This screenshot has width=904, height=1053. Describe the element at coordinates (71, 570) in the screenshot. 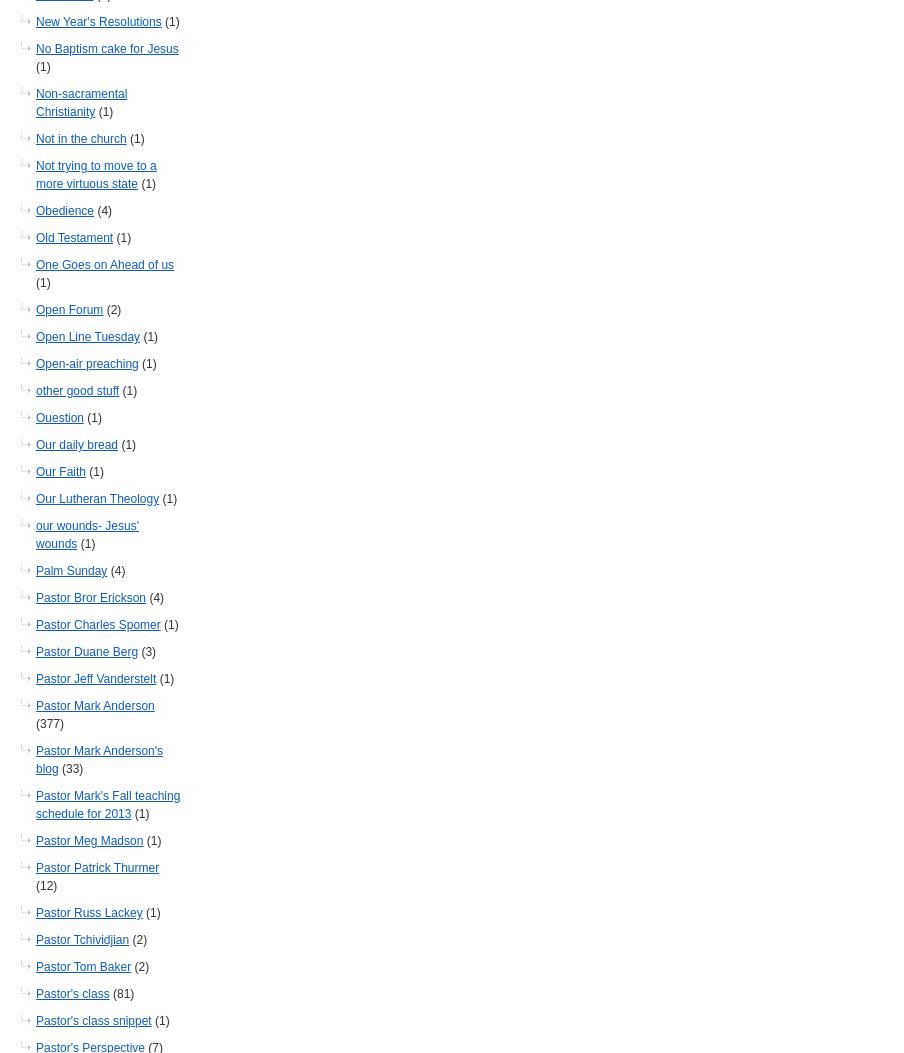

I see `'Palm Sunday'` at that location.